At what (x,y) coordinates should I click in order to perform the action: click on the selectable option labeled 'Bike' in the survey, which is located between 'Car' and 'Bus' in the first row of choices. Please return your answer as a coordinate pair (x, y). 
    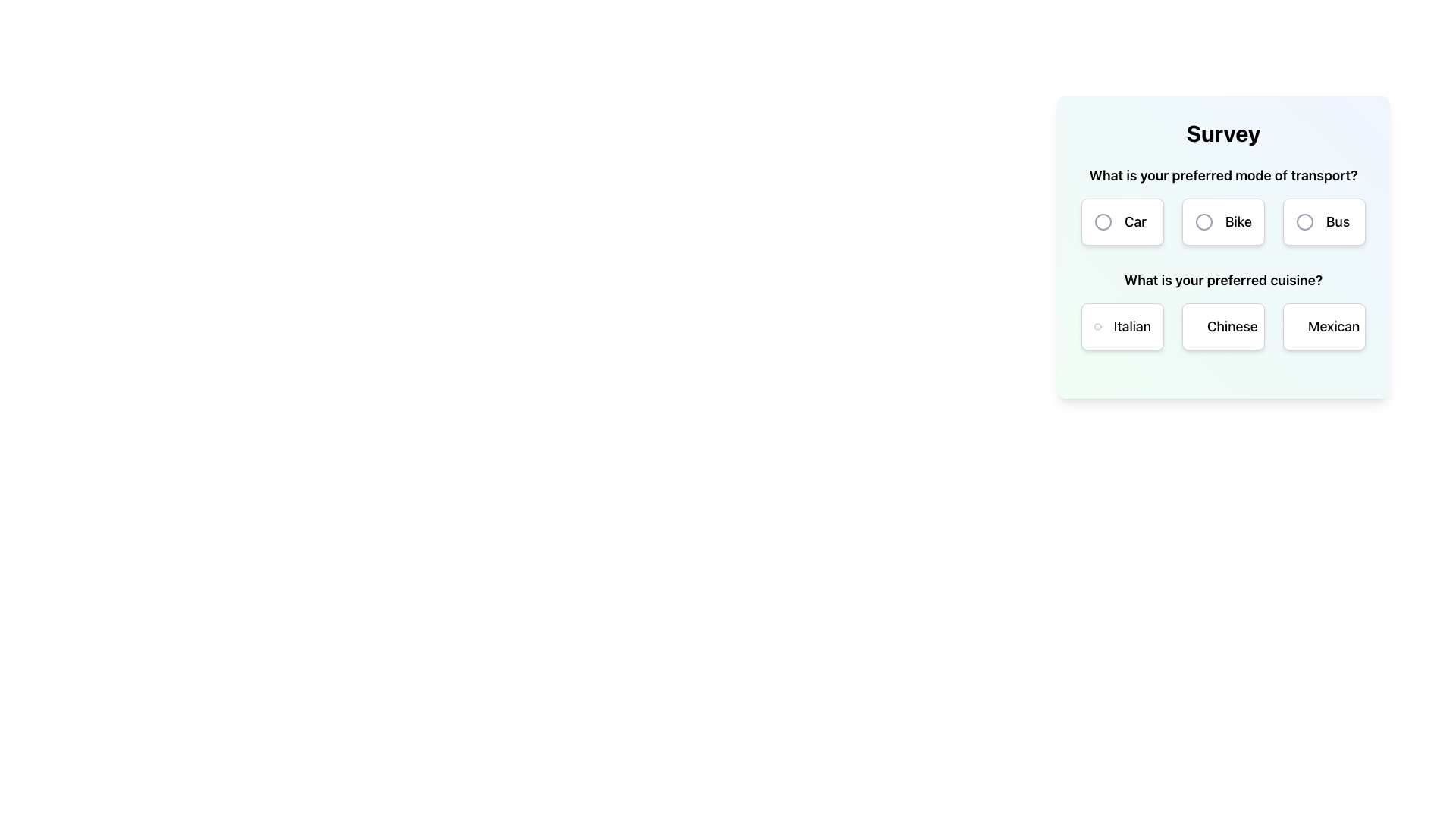
    Looking at the image, I should click on (1238, 222).